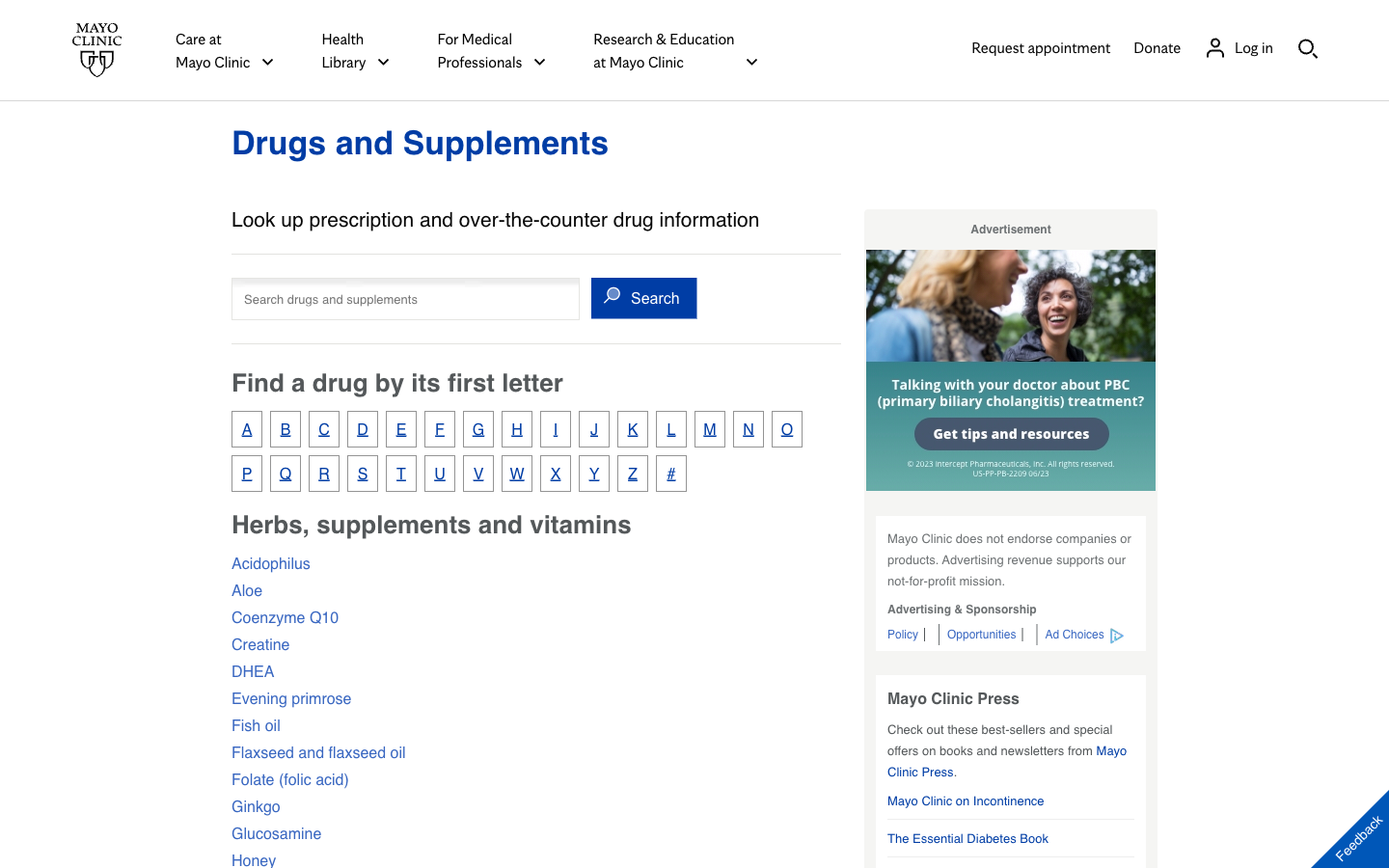 The image size is (1389, 868). Describe the element at coordinates (420, 142) in the screenshot. I see `Refresh or reload the page without keying anything` at that location.